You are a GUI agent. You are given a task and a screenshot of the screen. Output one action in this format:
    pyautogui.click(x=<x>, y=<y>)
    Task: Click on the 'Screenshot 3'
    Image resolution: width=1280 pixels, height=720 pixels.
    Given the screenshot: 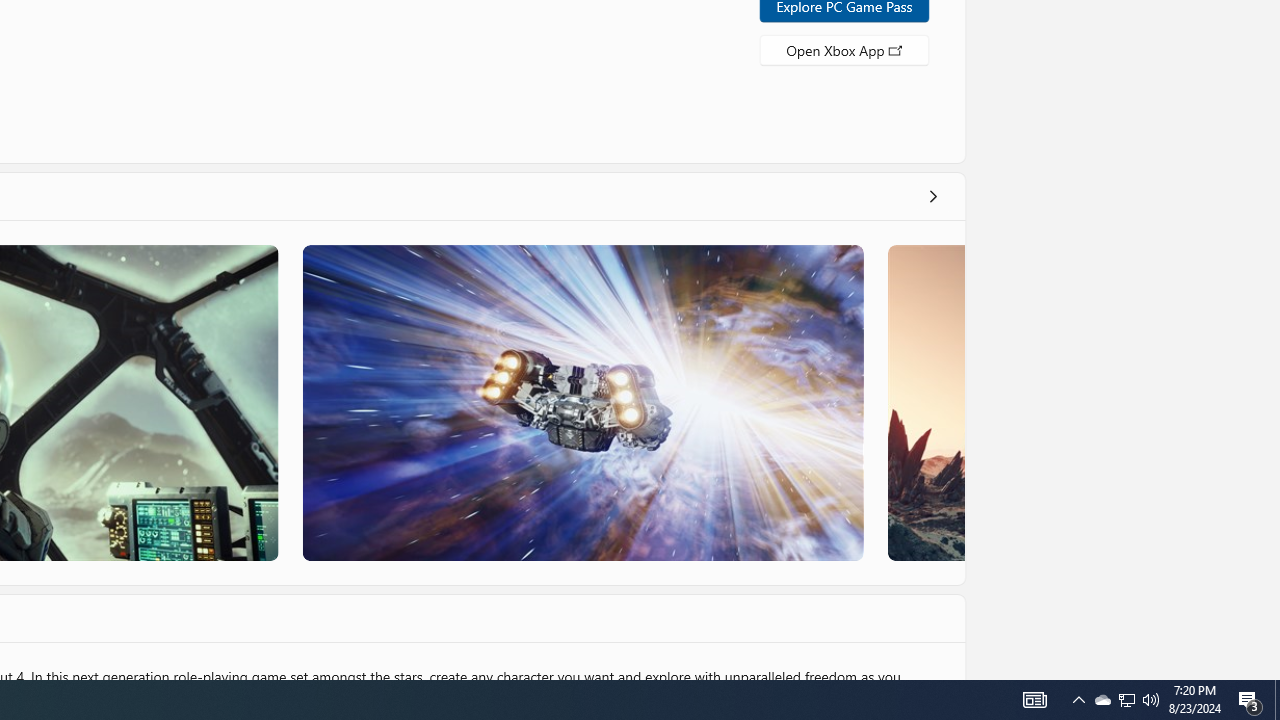 What is the action you would take?
    pyautogui.click(x=581, y=402)
    